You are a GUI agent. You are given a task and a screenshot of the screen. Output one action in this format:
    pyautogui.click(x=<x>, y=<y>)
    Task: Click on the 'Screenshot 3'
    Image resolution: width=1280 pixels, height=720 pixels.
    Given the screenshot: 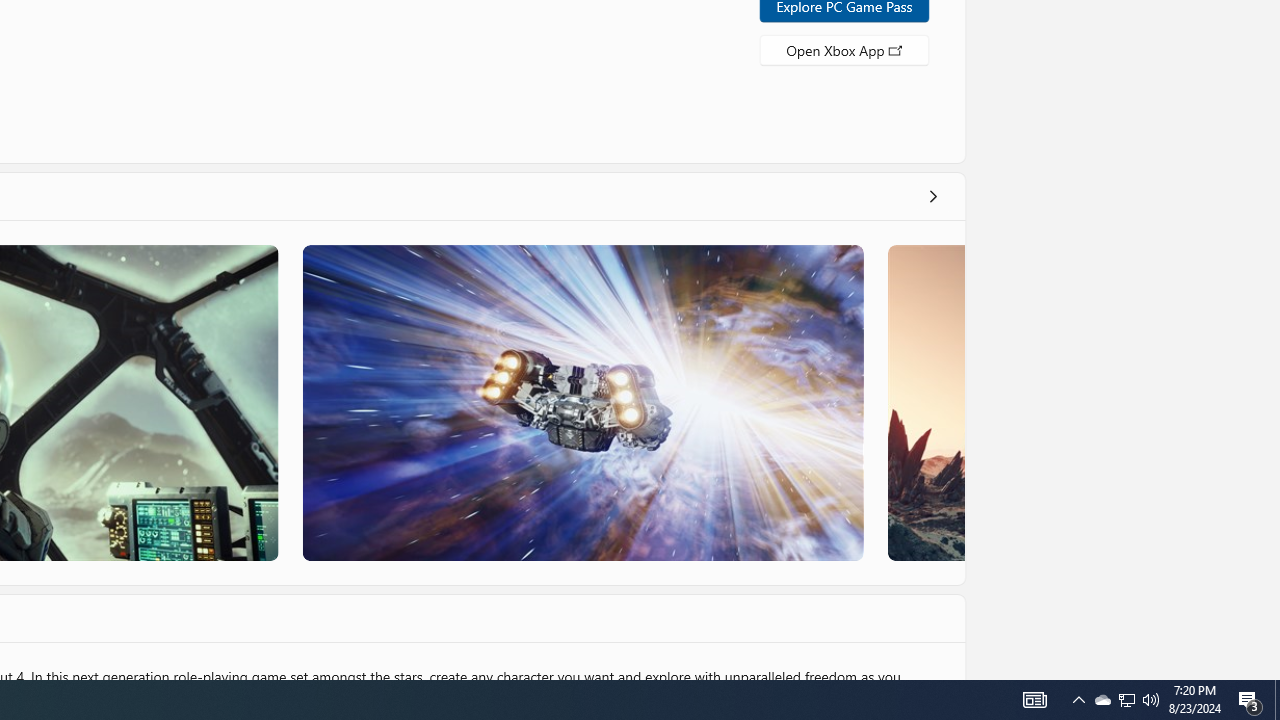 What is the action you would take?
    pyautogui.click(x=581, y=402)
    